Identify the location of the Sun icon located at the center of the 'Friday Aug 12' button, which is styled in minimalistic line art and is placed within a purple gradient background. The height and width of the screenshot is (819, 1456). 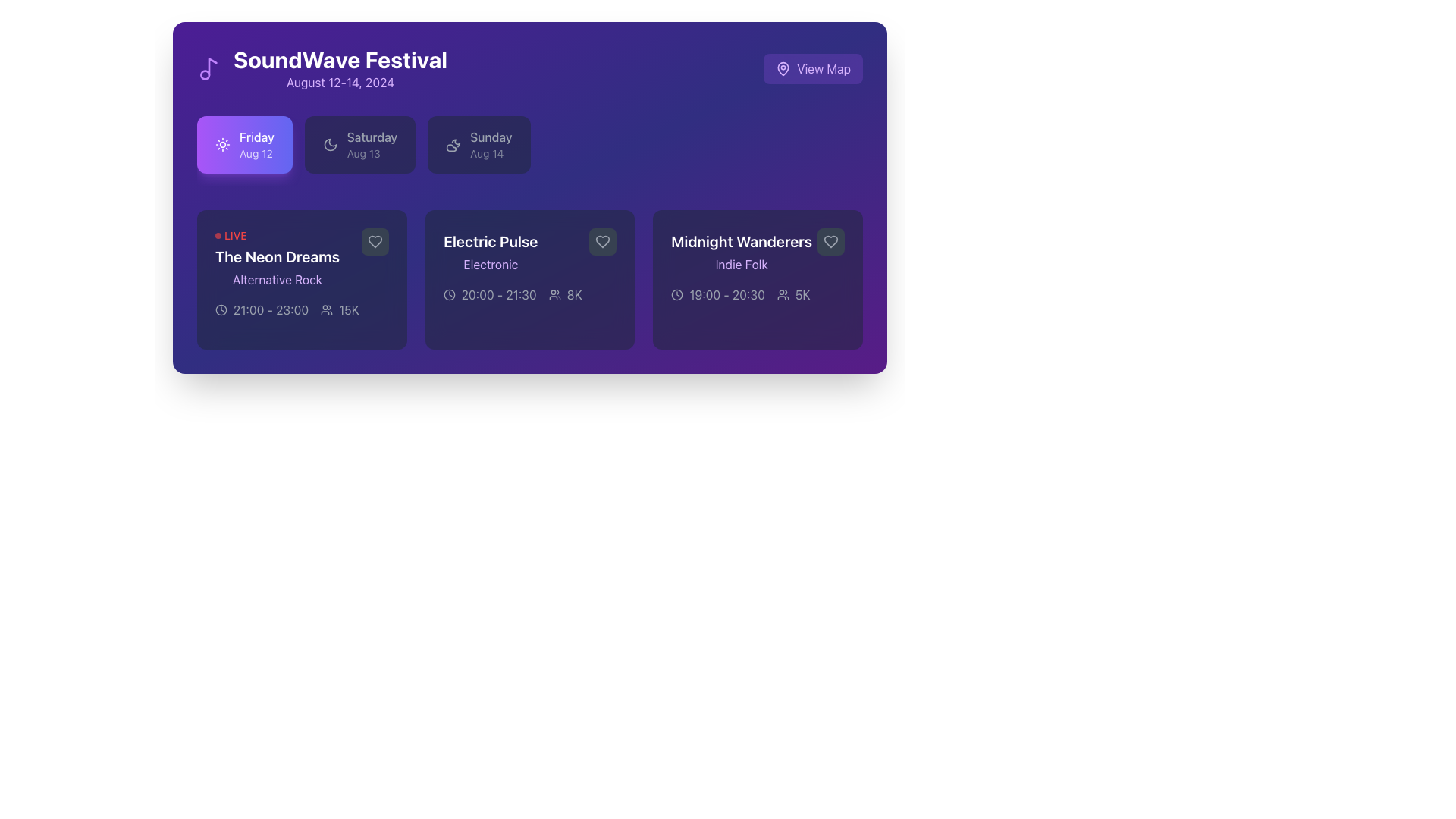
(221, 145).